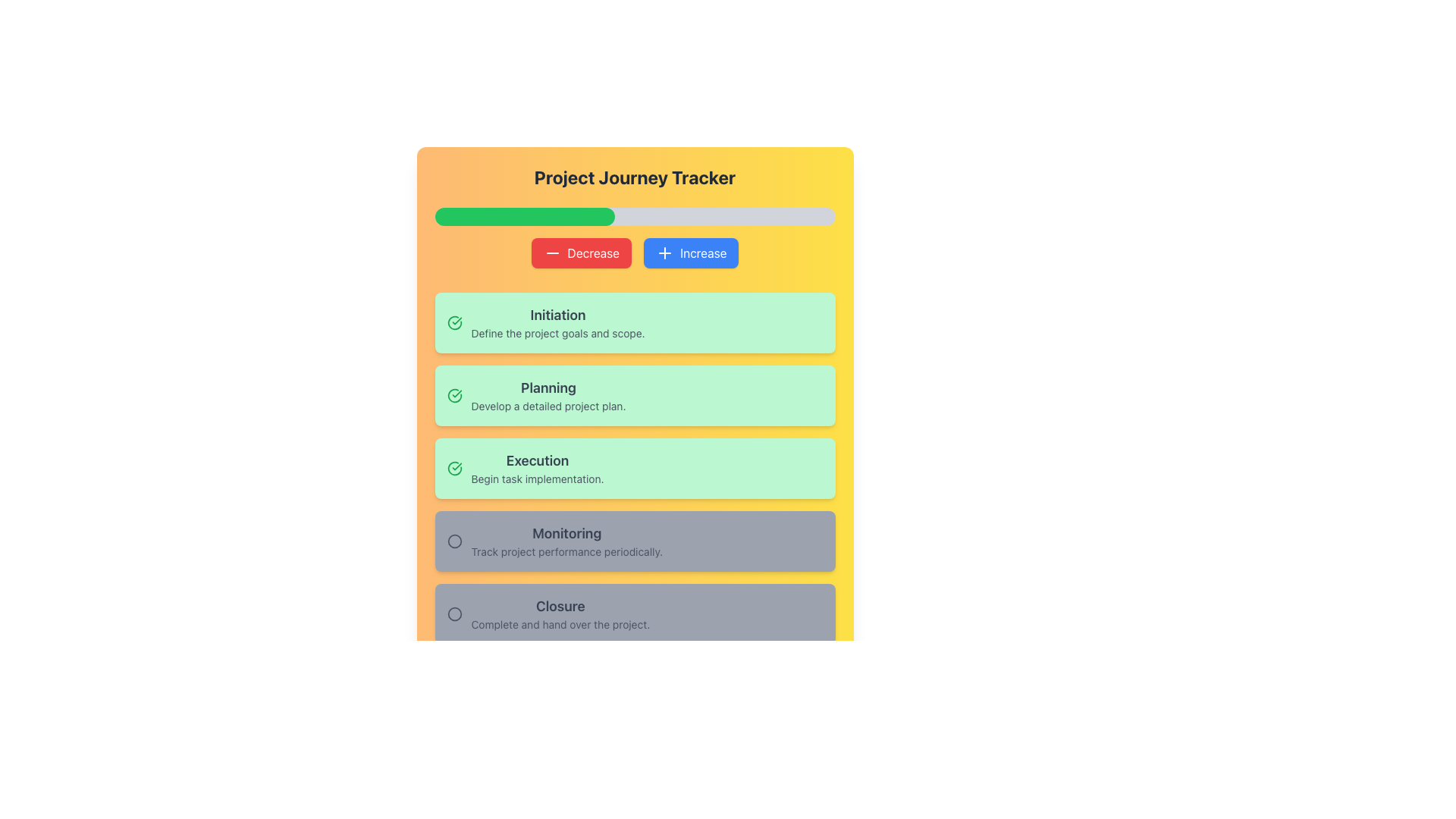  Describe the element at coordinates (635, 216) in the screenshot. I see `the progress bar located beneath the title 'Project Journey Tracker' and above the 'Decrease' and 'Increase' buttons` at that location.